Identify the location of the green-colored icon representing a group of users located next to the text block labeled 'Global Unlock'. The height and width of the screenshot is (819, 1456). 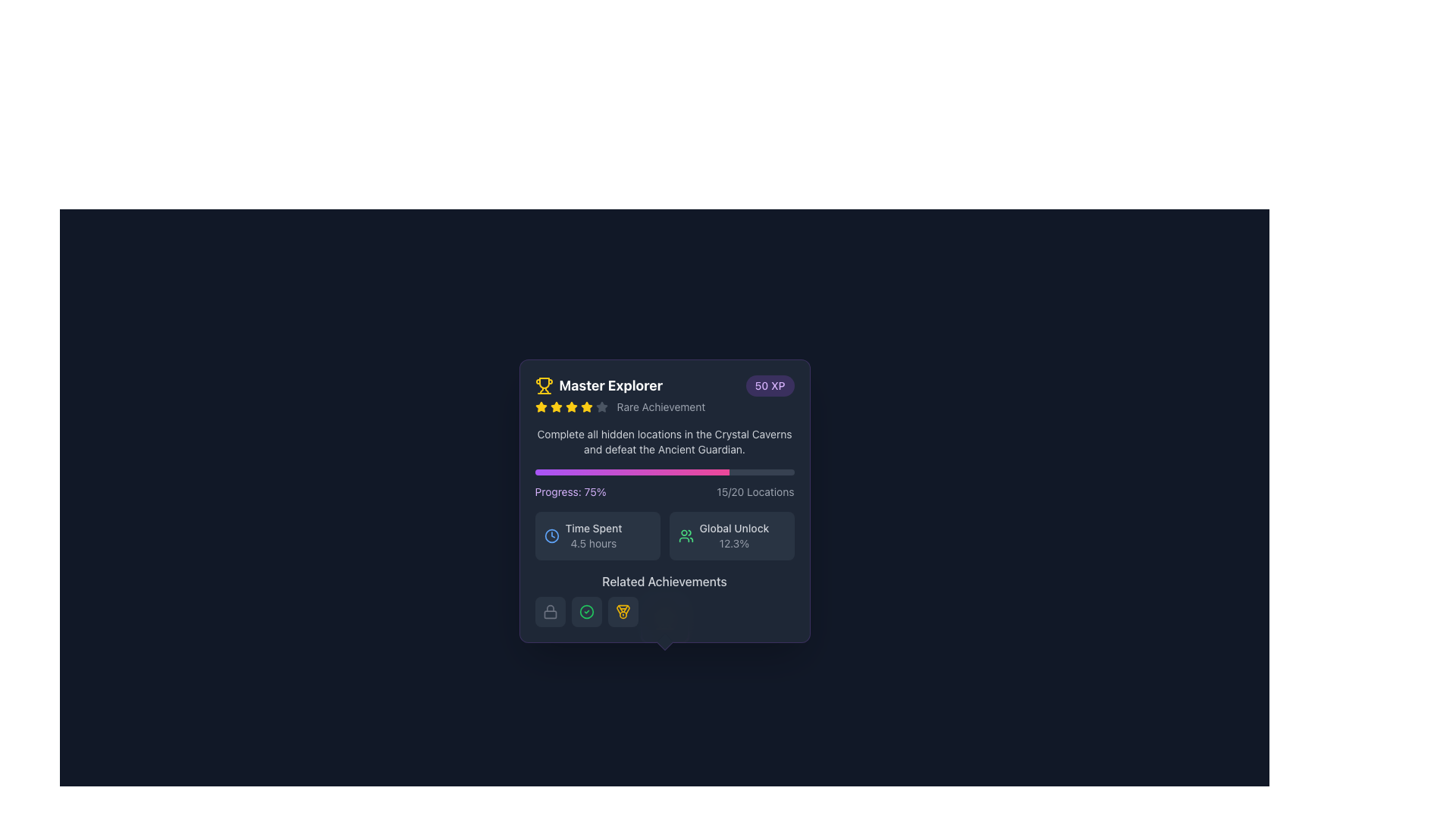
(685, 535).